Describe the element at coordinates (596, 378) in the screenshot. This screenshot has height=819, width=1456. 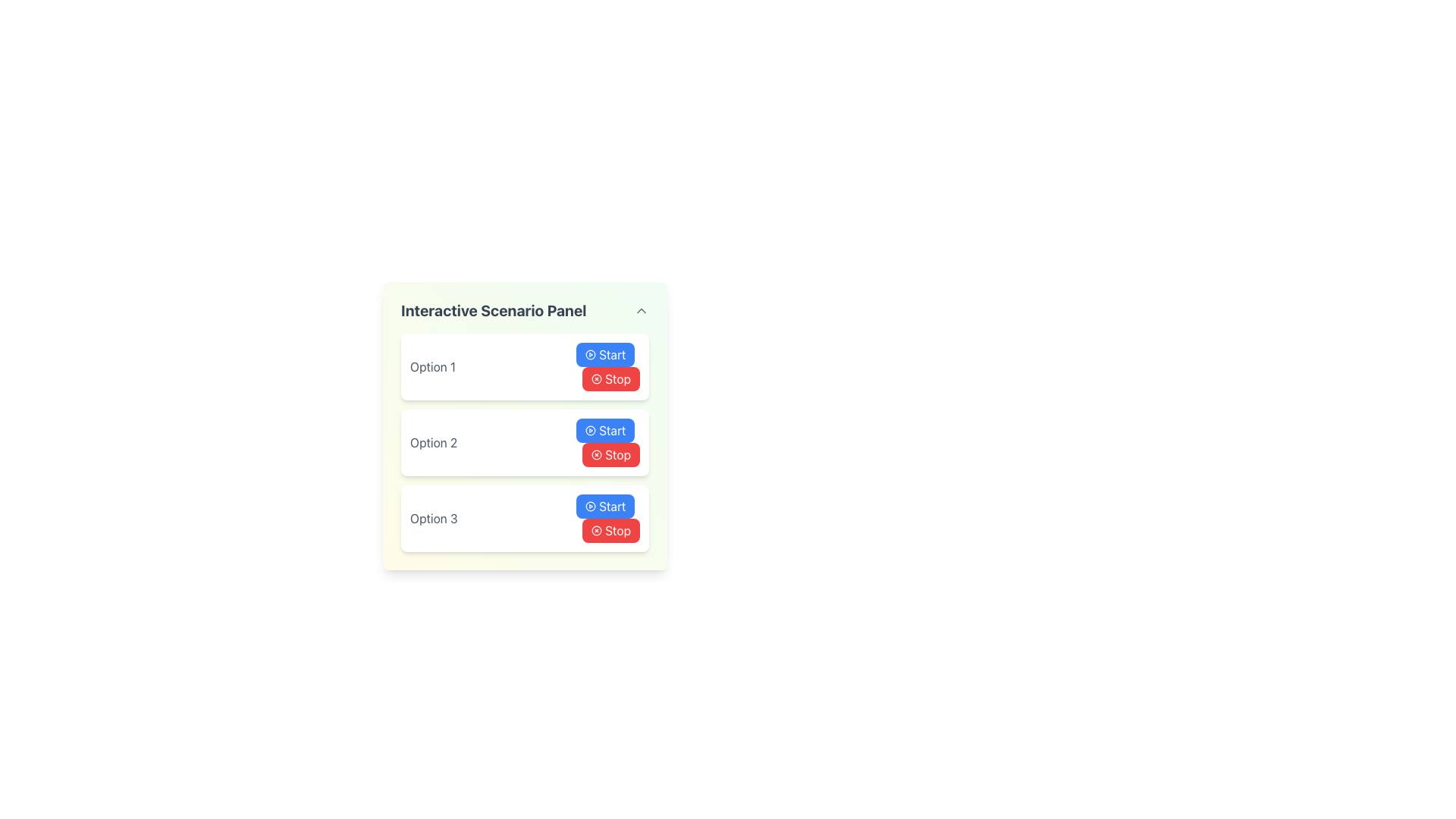
I see `the decorative icon within the red 'Stop' button, which indicates its function to stop an ongoing process` at that location.